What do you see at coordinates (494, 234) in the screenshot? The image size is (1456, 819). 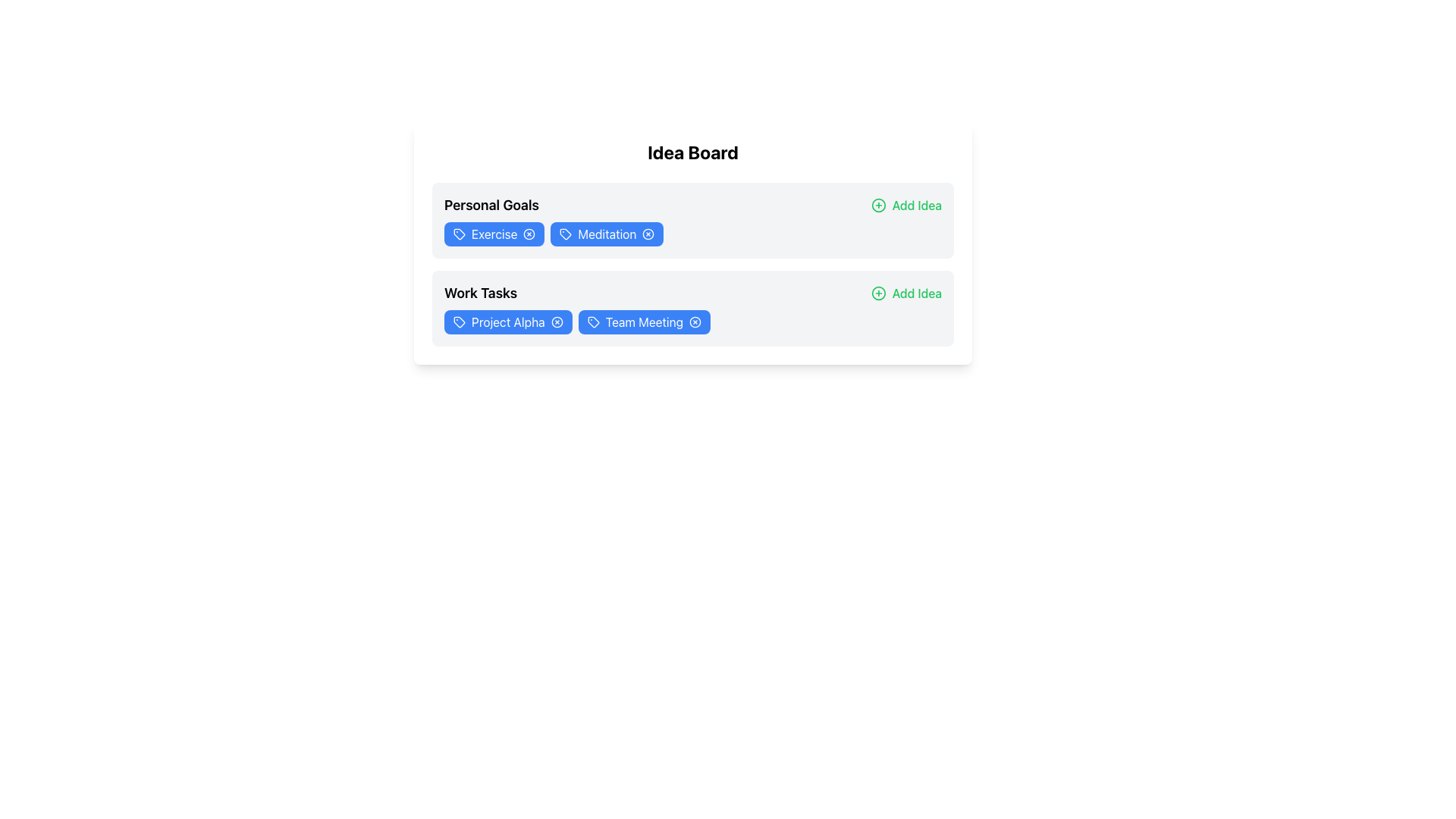 I see `the 'Exercise' button, which is the first button` at bounding box center [494, 234].